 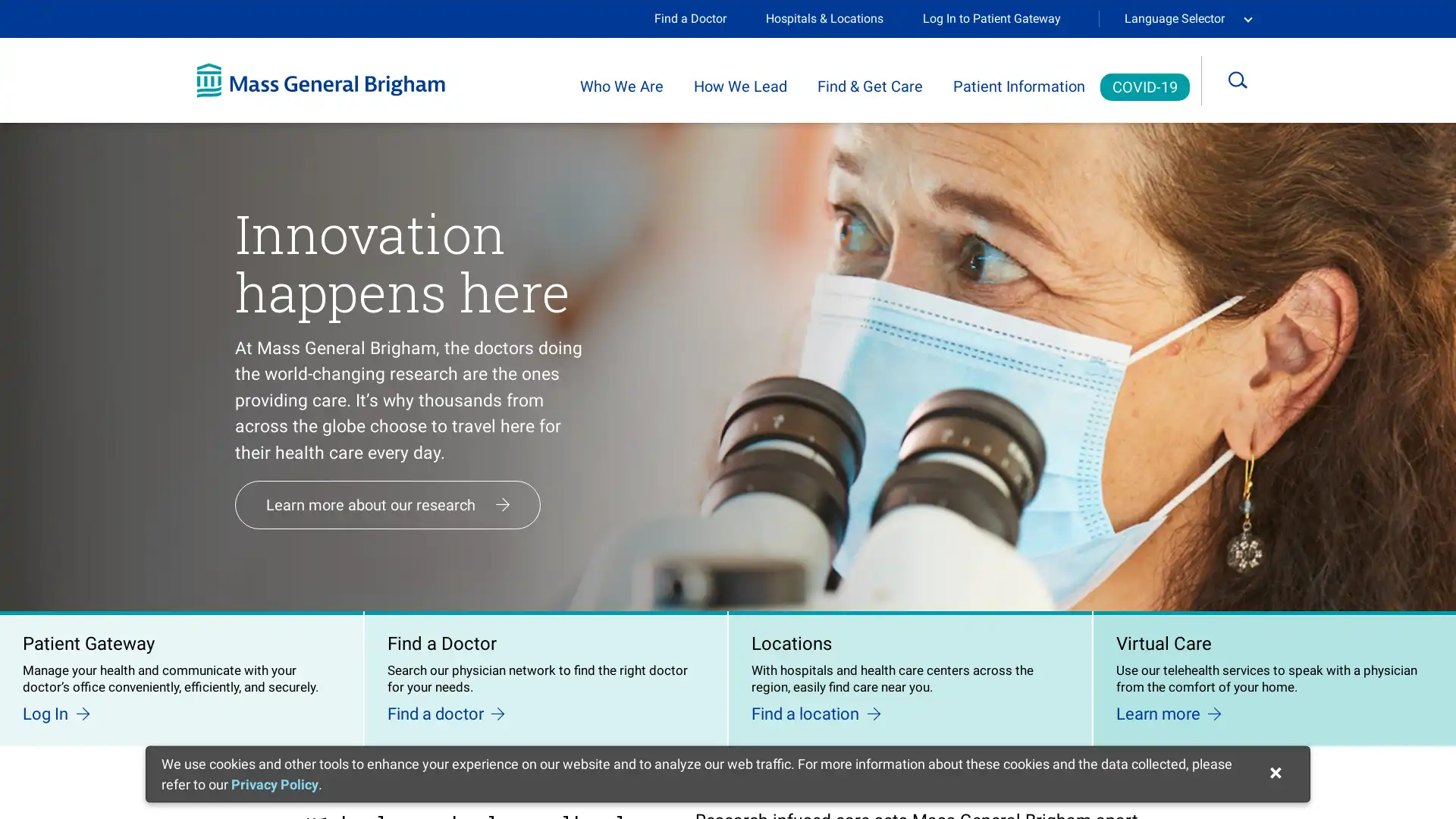 What do you see at coordinates (1248, 80) in the screenshot?
I see `Search` at bounding box center [1248, 80].